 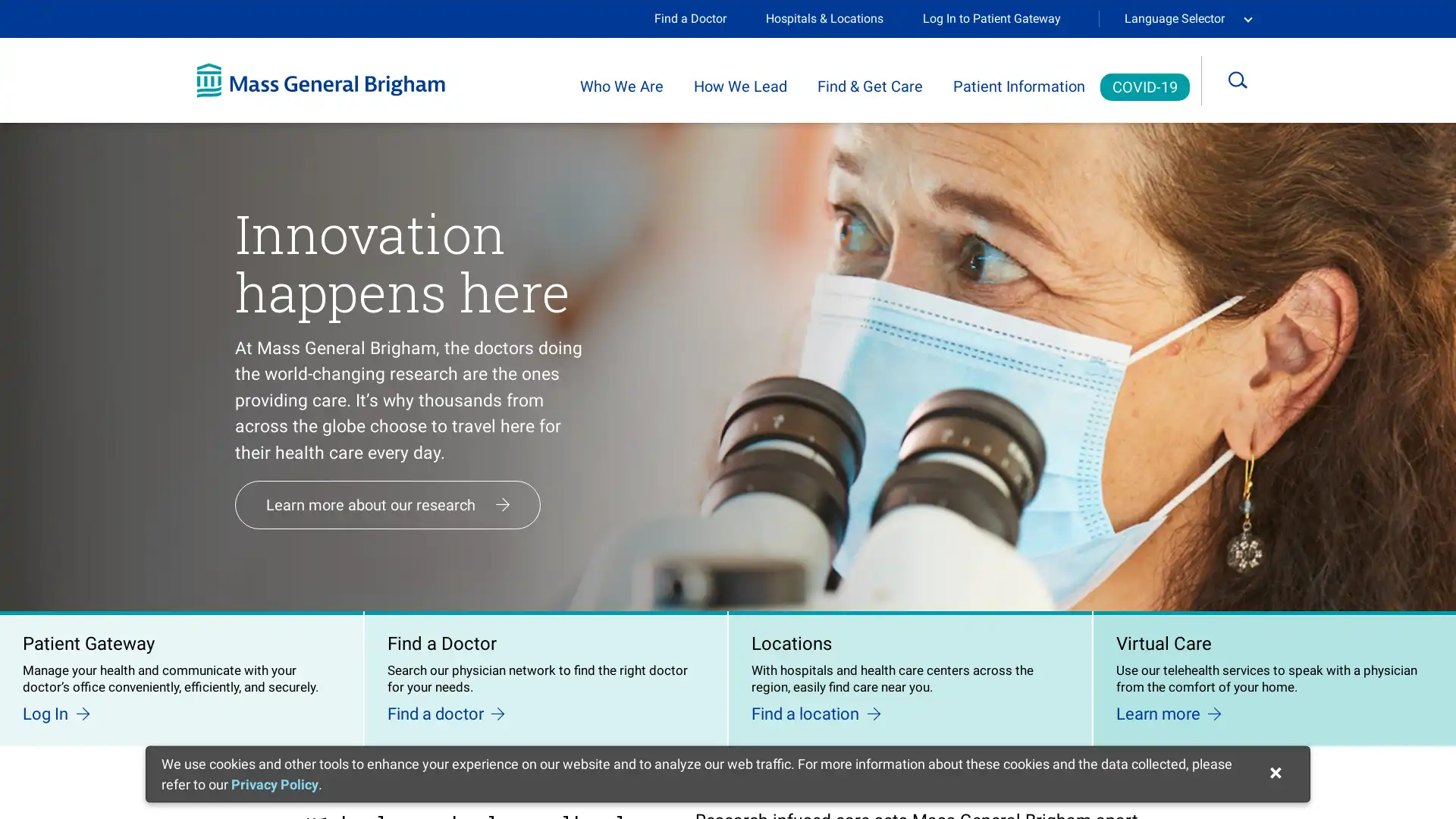 What do you see at coordinates (1248, 80) in the screenshot?
I see `Search` at bounding box center [1248, 80].